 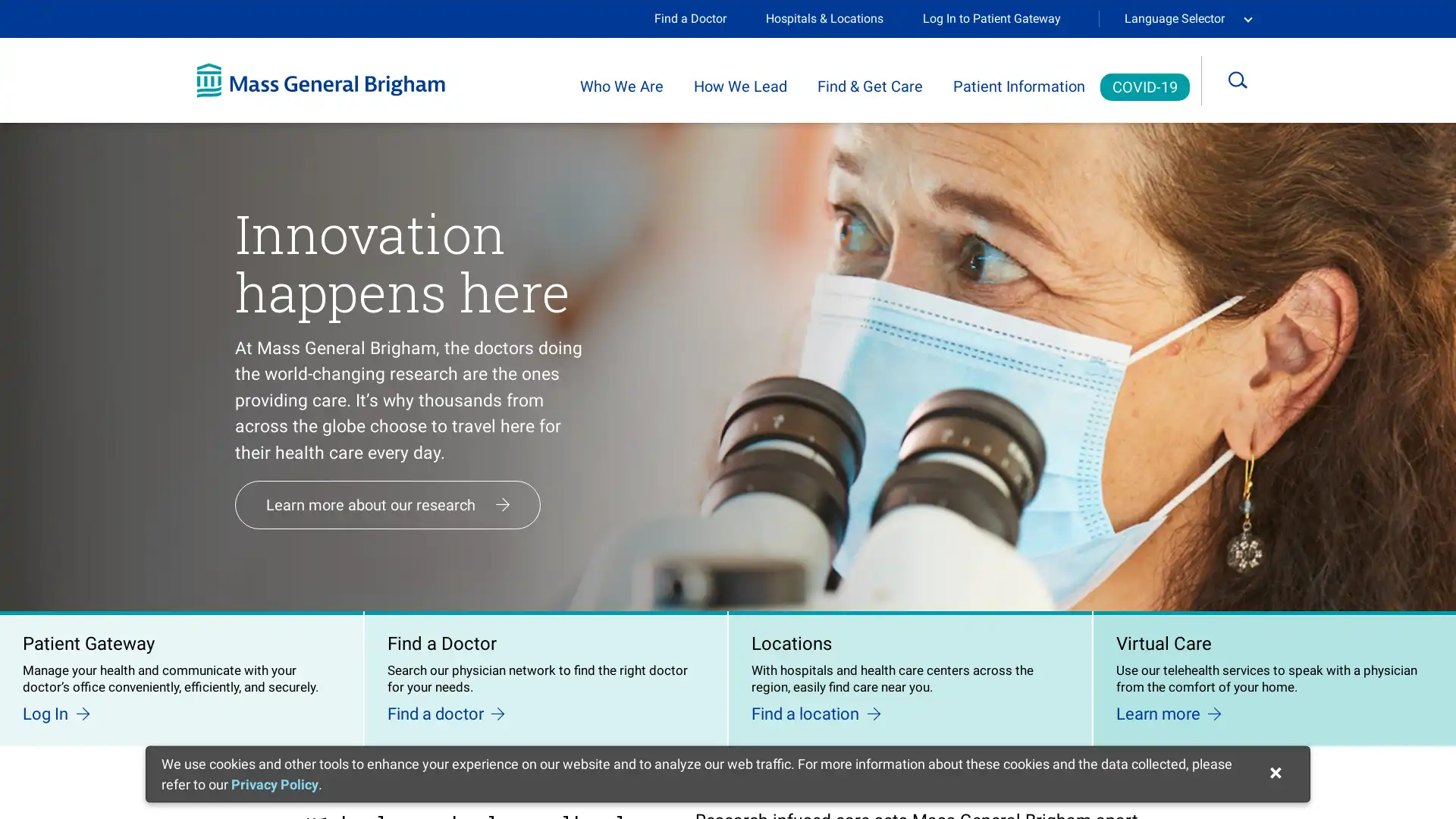 What do you see at coordinates (1248, 80) in the screenshot?
I see `Search` at bounding box center [1248, 80].